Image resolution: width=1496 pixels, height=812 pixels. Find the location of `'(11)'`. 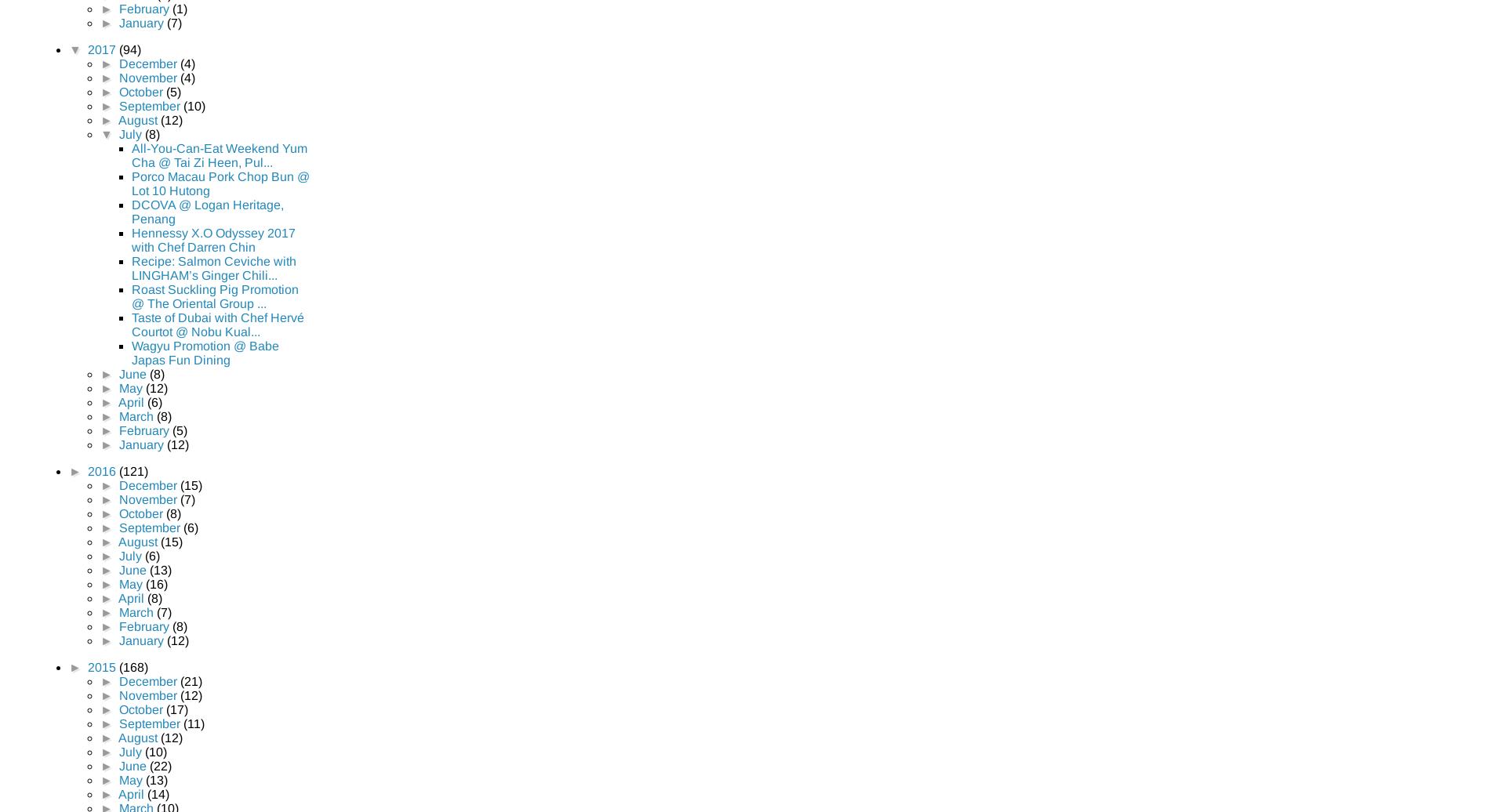

'(11)' is located at coordinates (193, 723).